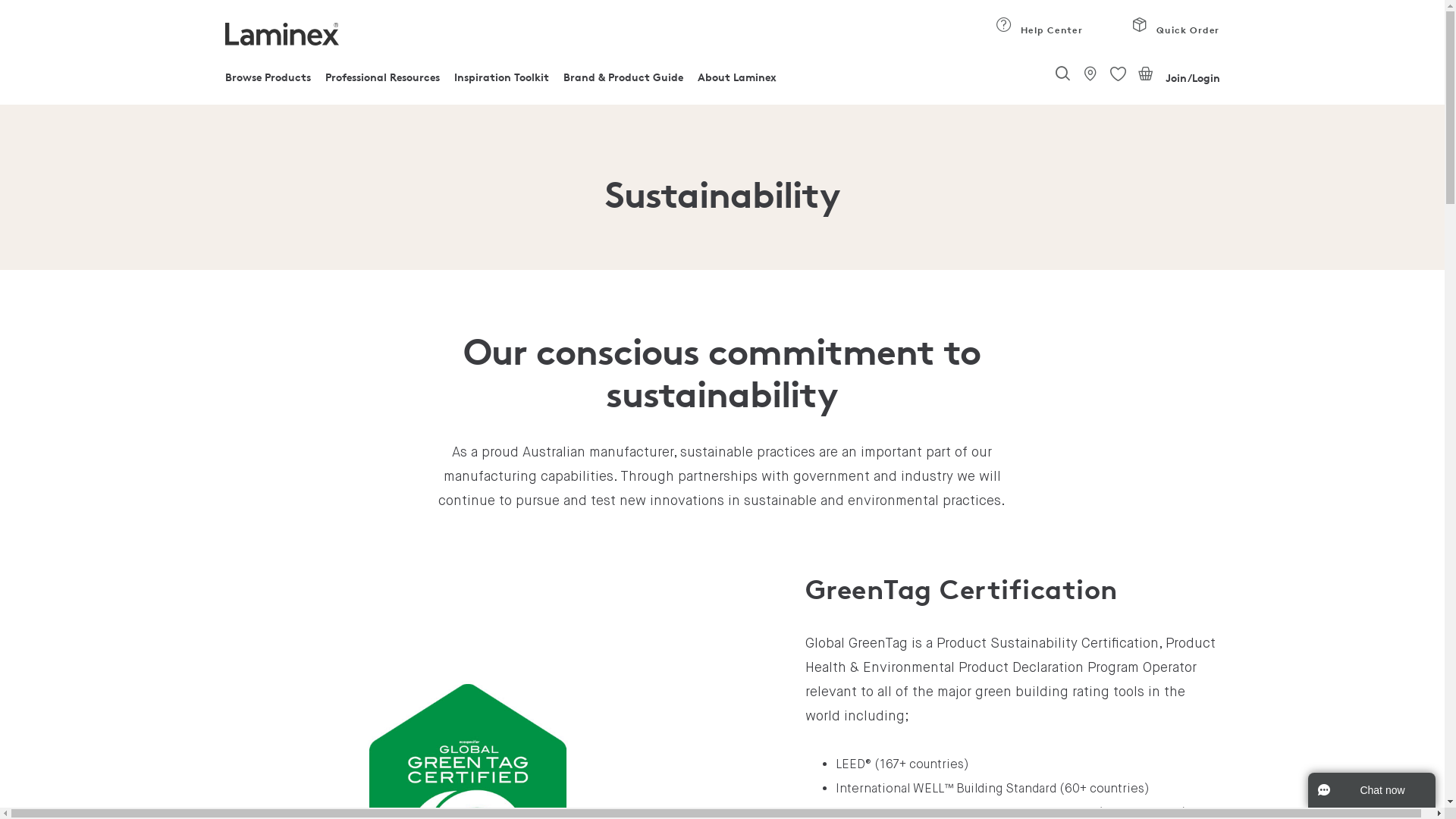  I want to click on 'Help Center', so click(1004, 25).